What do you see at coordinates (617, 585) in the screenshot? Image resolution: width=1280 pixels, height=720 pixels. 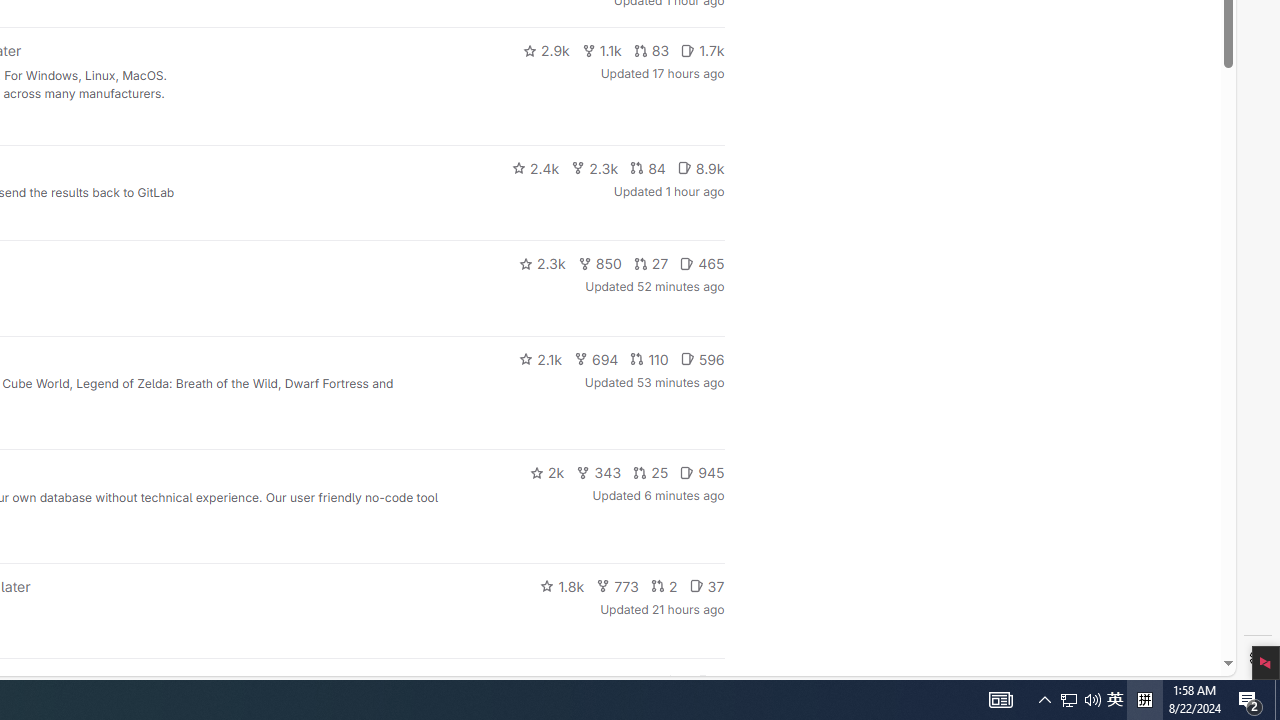 I see `'773'` at bounding box center [617, 585].